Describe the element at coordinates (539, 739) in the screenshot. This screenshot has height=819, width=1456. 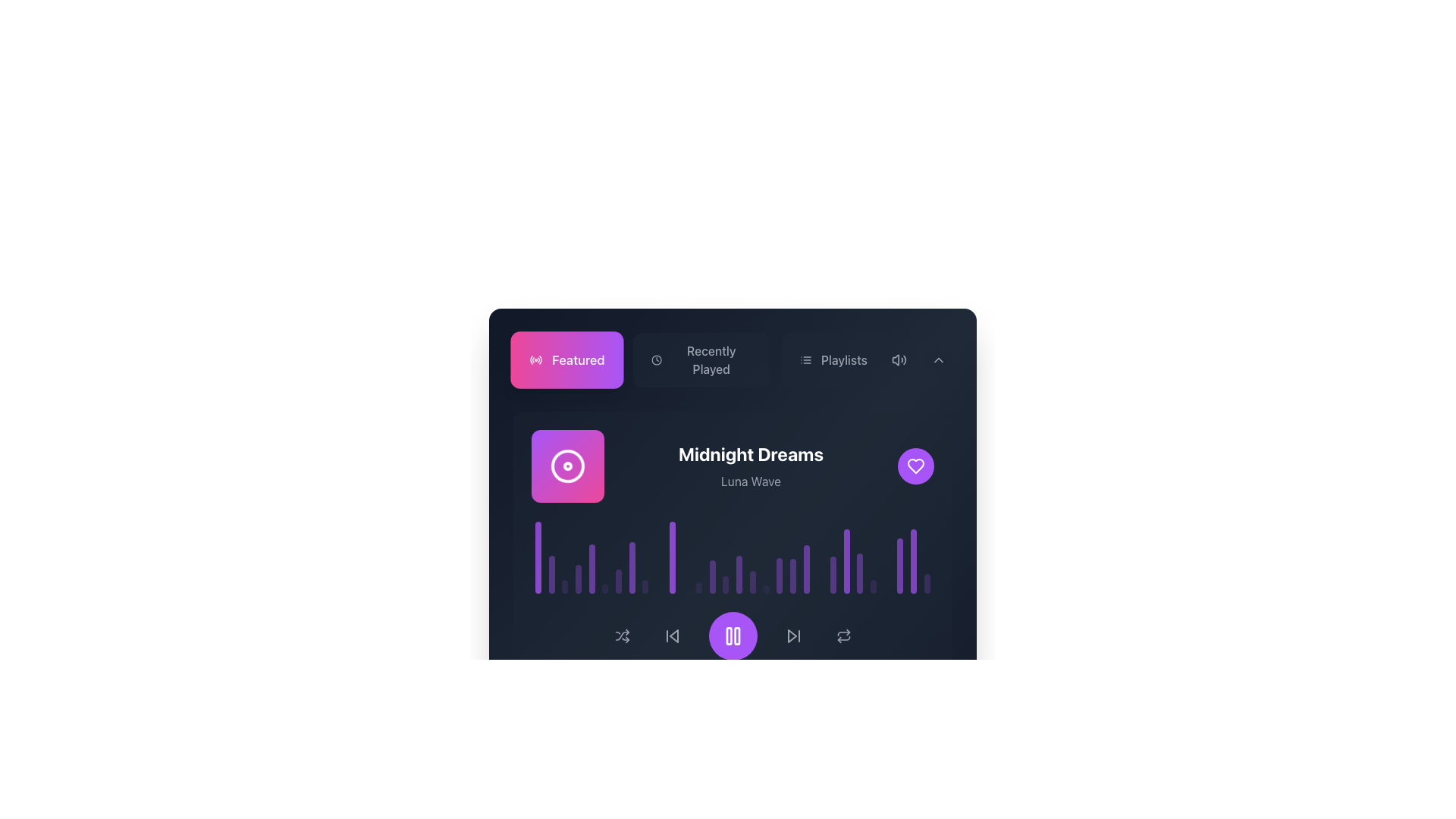
I see `the music-related button located at the bottom left of the song information section, adjacent to 'Midnight Dreams' and 'Luna Wave'` at that location.